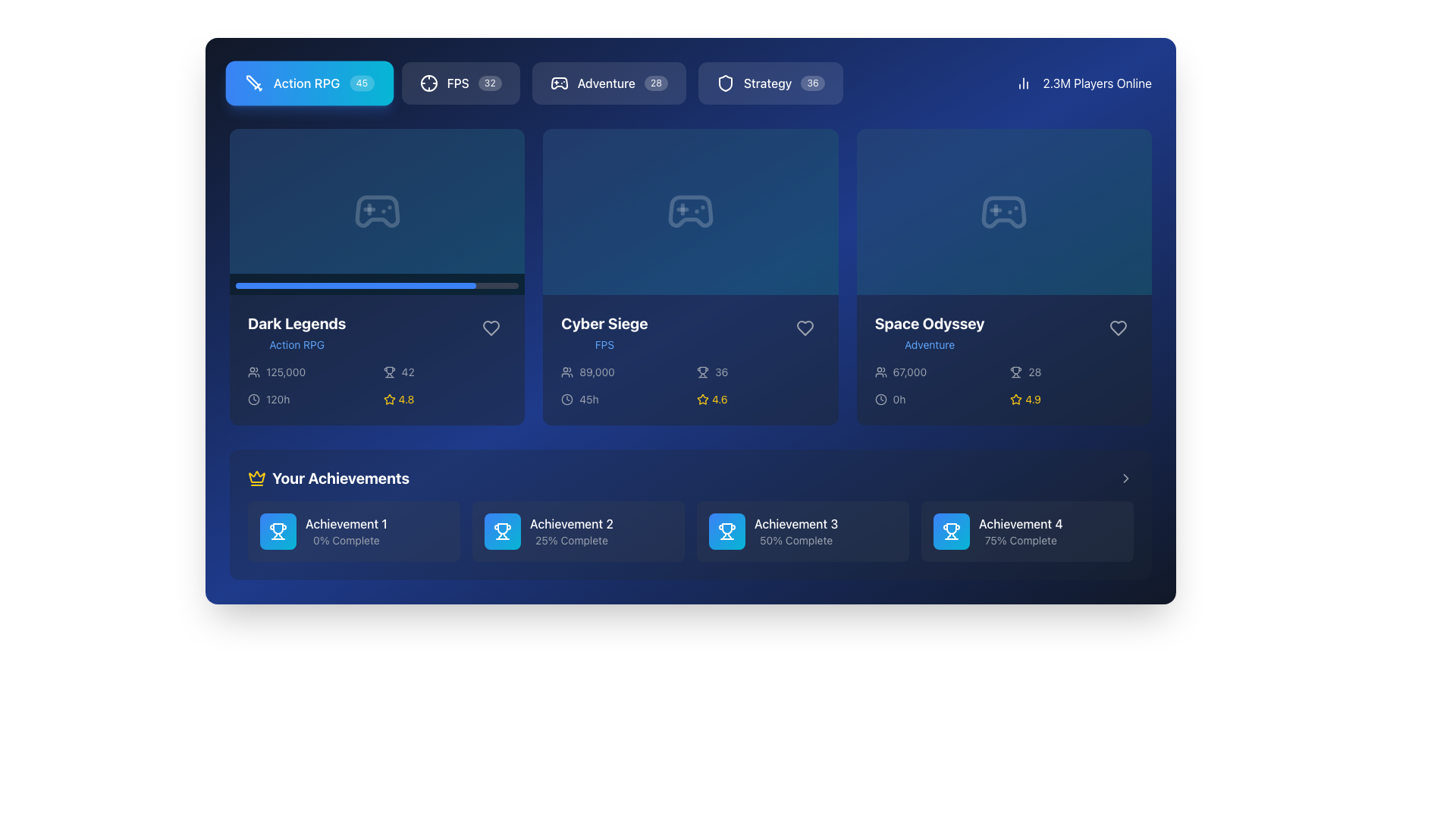  I want to click on the progress bar located at the bottom of the card layout representing the game, which has a gray base and a blue filled section indicating 85% progress, so click(377, 284).